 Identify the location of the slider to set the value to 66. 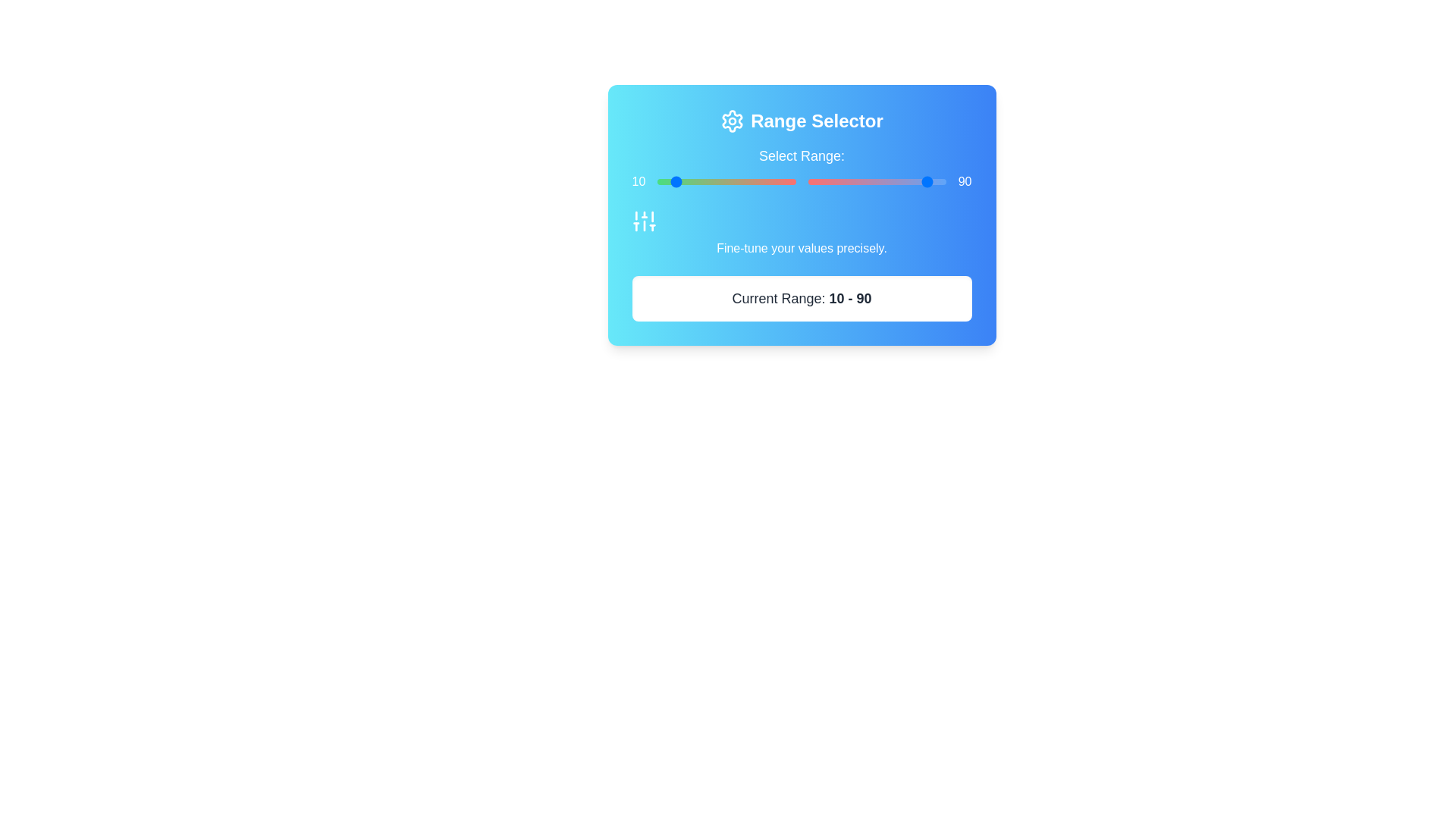
(847, 180).